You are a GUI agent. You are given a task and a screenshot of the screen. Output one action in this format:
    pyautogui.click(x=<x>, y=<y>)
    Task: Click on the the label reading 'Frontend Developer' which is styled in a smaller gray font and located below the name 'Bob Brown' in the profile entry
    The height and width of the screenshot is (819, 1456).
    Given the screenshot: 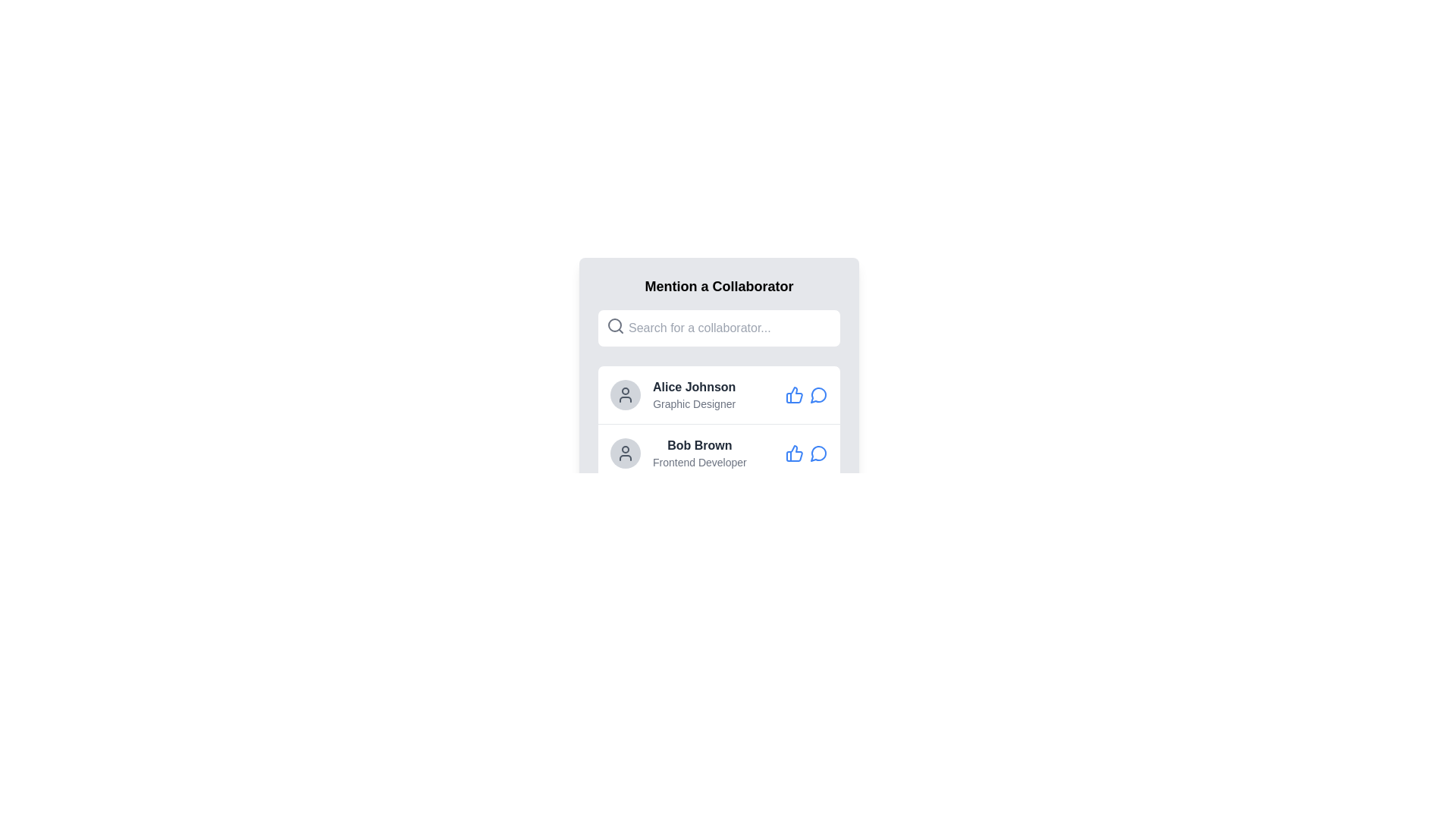 What is the action you would take?
    pyautogui.click(x=698, y=461)
    